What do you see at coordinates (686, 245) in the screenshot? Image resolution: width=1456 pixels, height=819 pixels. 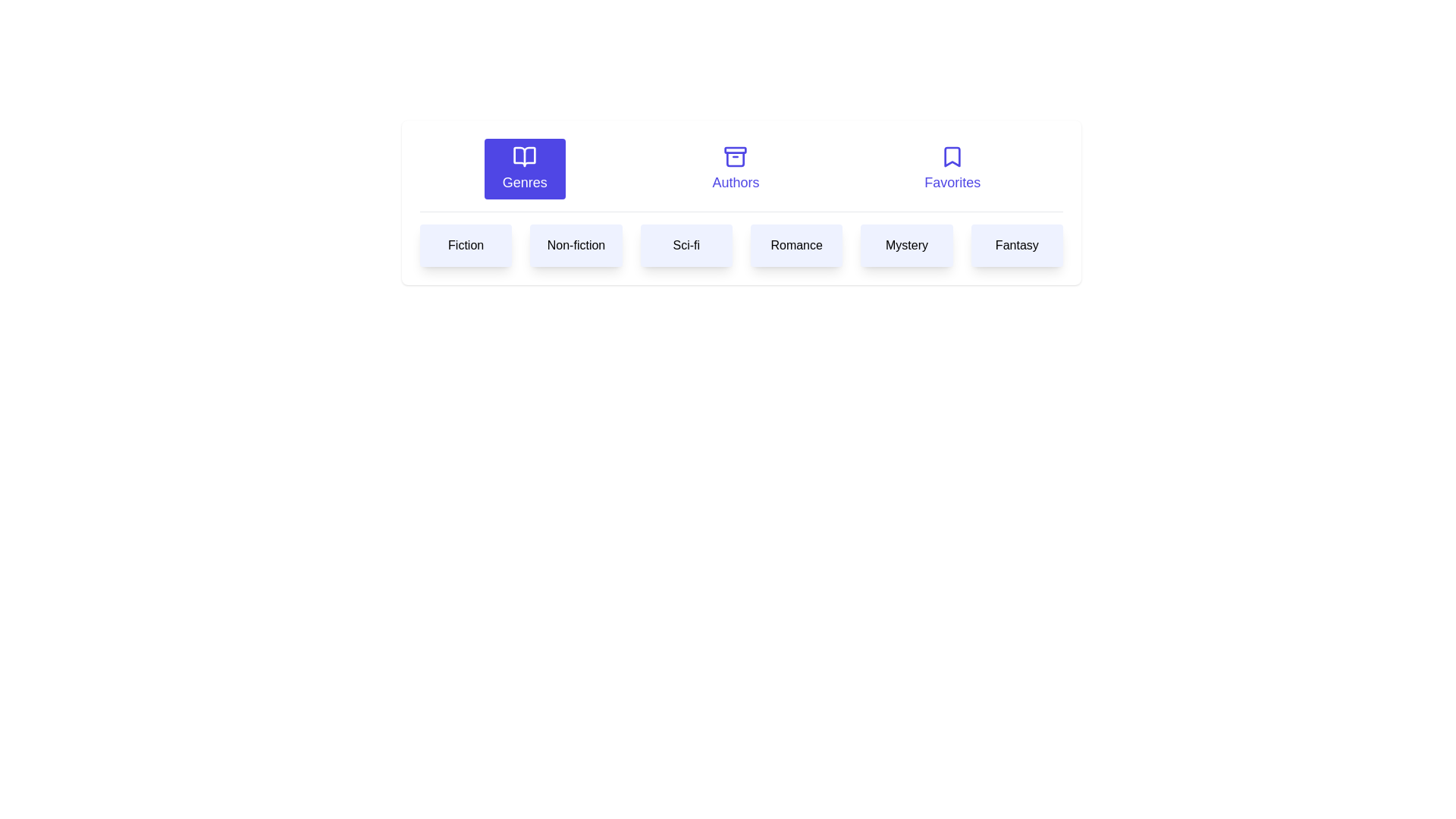 I see `the genre tile labeled Sci-fi` at bounding box center [686, 245].